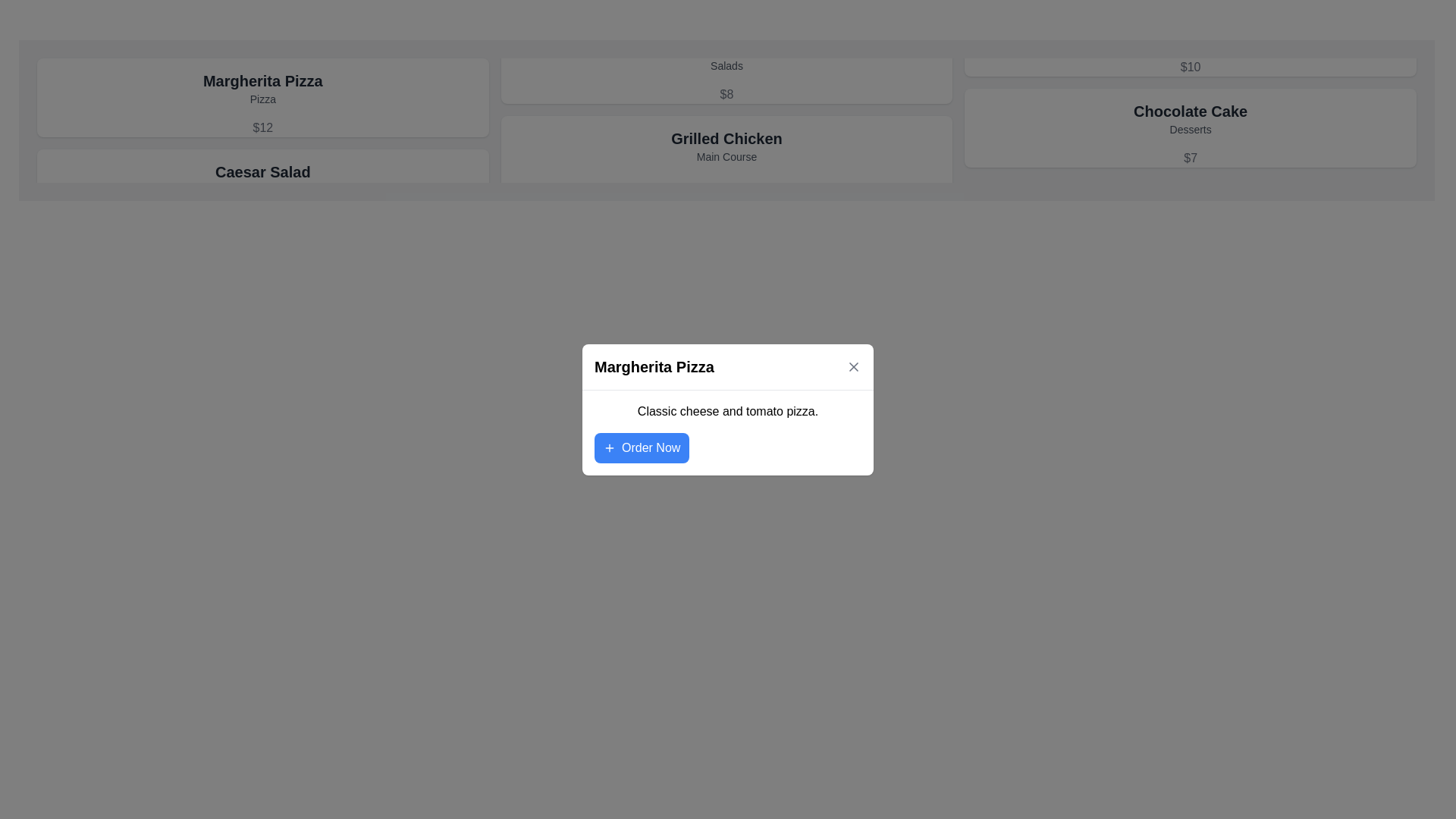 The width and height of the screenshot is (1456, 819). What do you see at coordinates (610, 447) in the screenshot?
I see `the 'Order Now' button which contains the SVG graphical element representing the action of adding or ordering something for 'Margherita Pizza'` at bounding box center [610, 447].